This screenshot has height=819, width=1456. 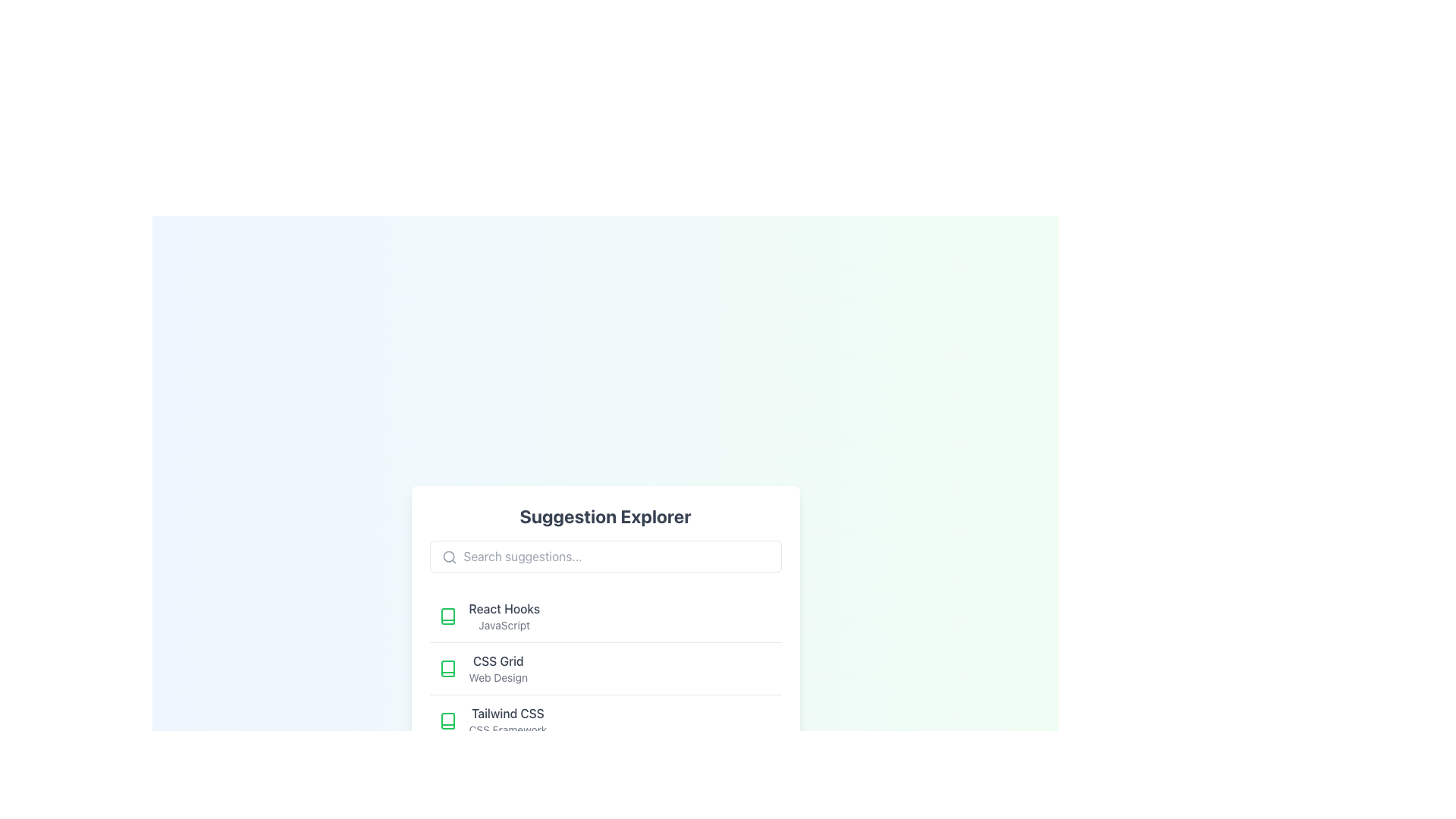 I want to click on bold header text labeled 'Suggestion Explorer', which is positioned at the top-center of the content panel above the search field, so click(x=604, y=516).